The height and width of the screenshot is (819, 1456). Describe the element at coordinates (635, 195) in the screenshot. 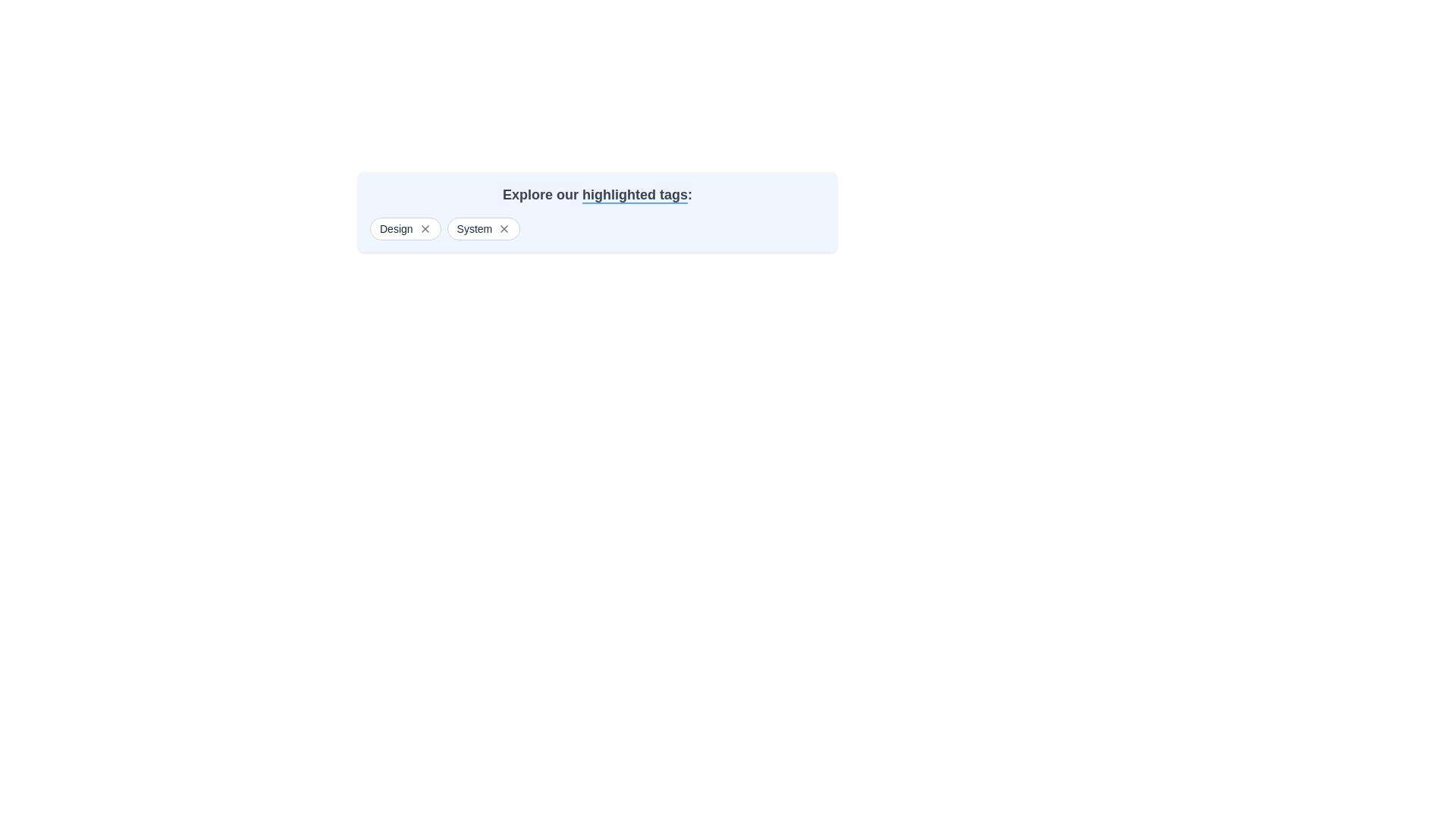

I see `the text label styled with a blue underline that specifies 'highlighted tags' within the phrase 'Explore our highlighted tags:'` at that location.